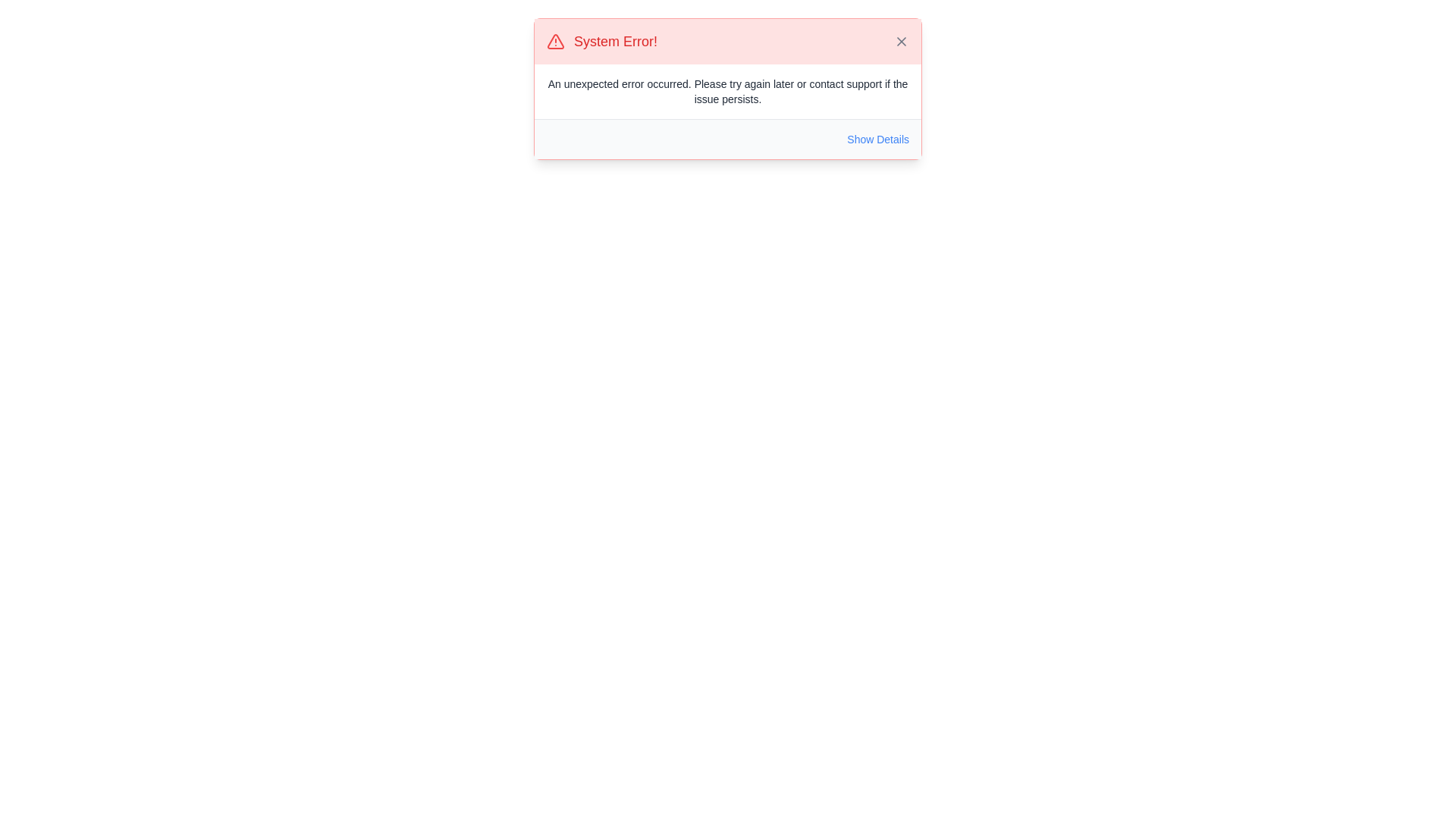 This screenshot has height=819, width=1456. Describe the element at coordinates (902, 40) in the screenshot. I see `the small close button located at the top-right corner of the red alert box` at that location.